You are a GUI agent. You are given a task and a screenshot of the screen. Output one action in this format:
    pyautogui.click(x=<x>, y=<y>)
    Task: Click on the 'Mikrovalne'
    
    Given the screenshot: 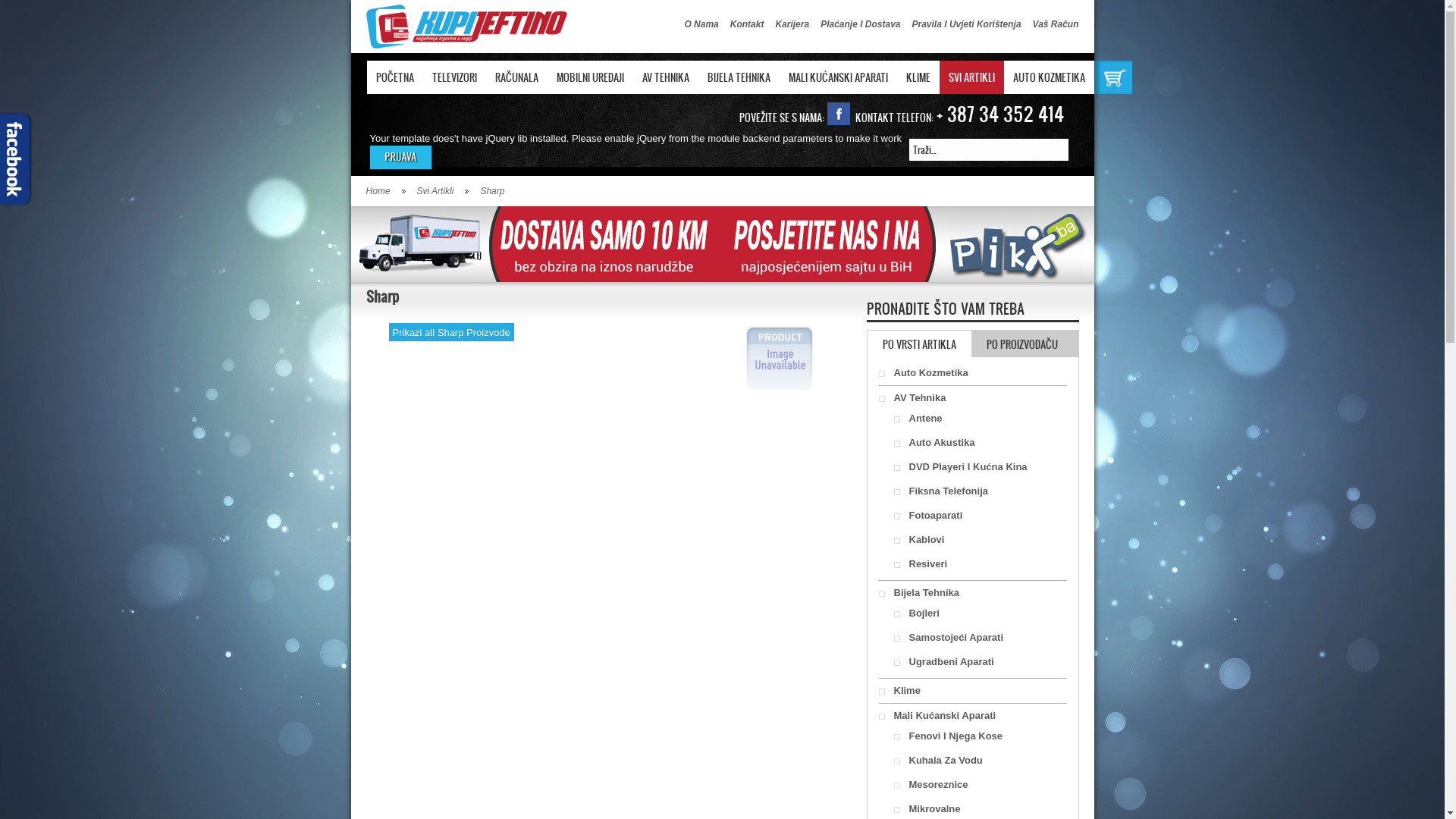 What is the action you would take?
    pyautogui.click(x=979, y=808)
    